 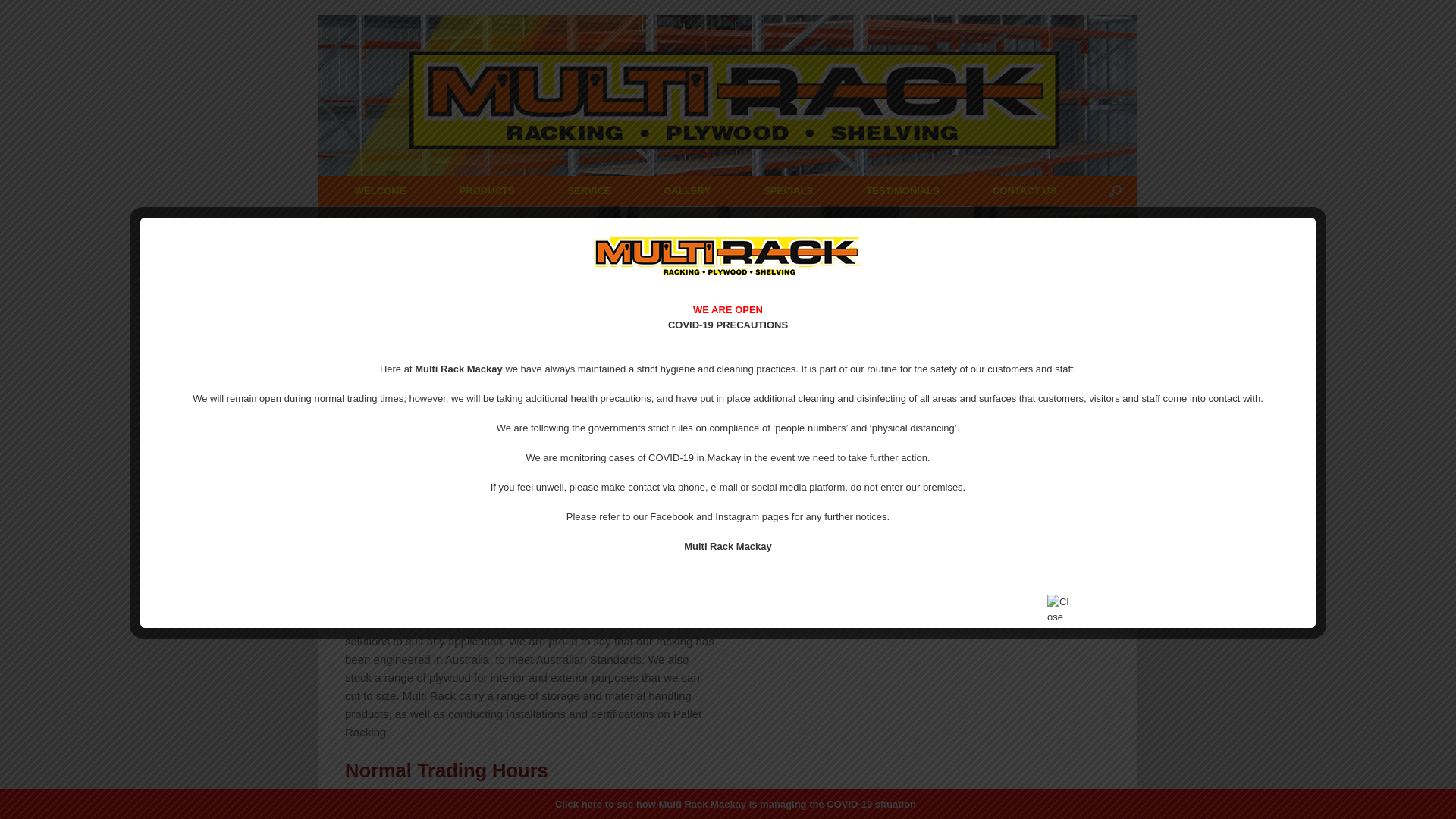 I want to click on 'CONTACT US', so click(x=1024, y=190).